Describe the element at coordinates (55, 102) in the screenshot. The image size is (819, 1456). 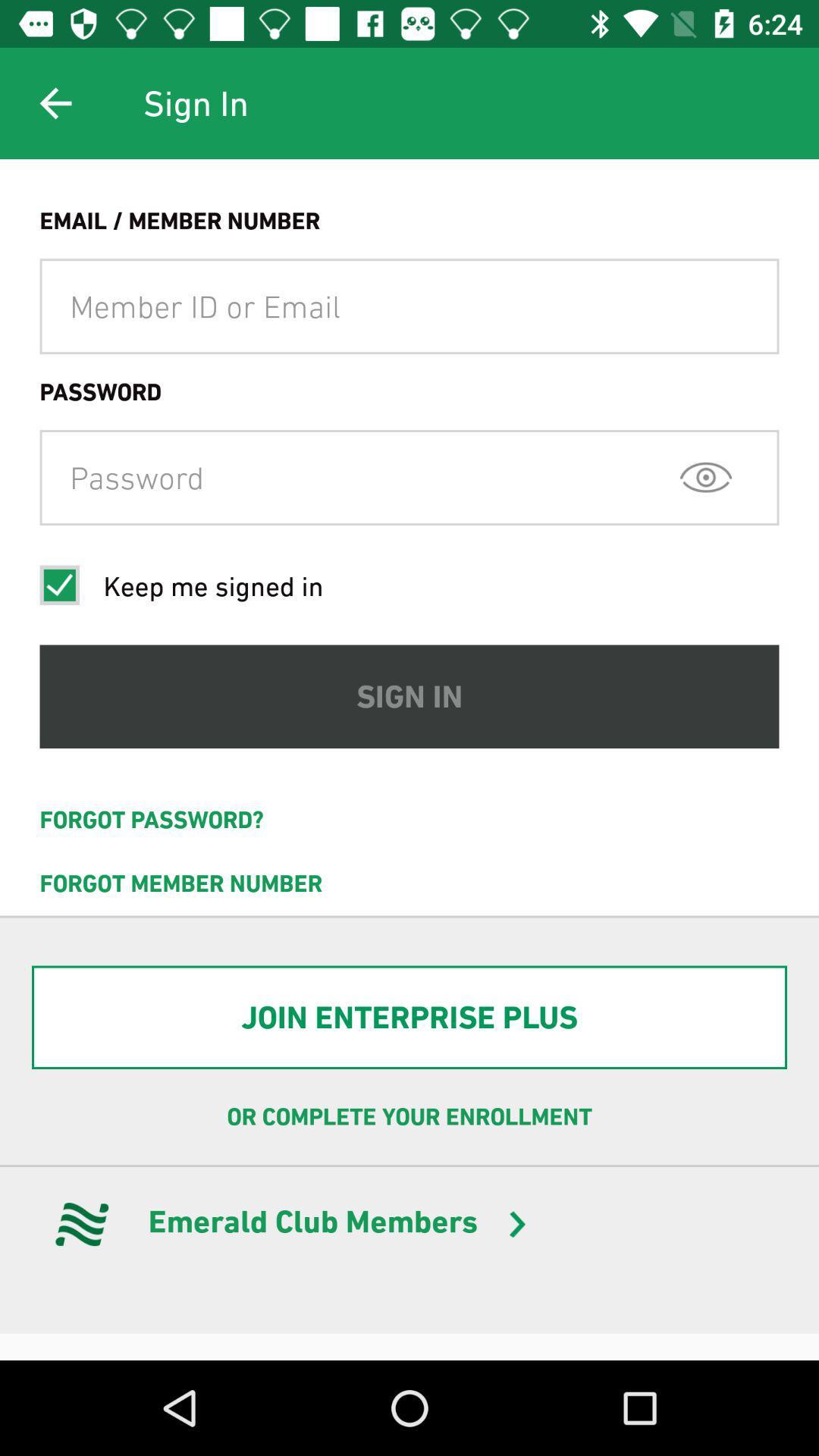
I see `icon to the left of the sign in` at that location.